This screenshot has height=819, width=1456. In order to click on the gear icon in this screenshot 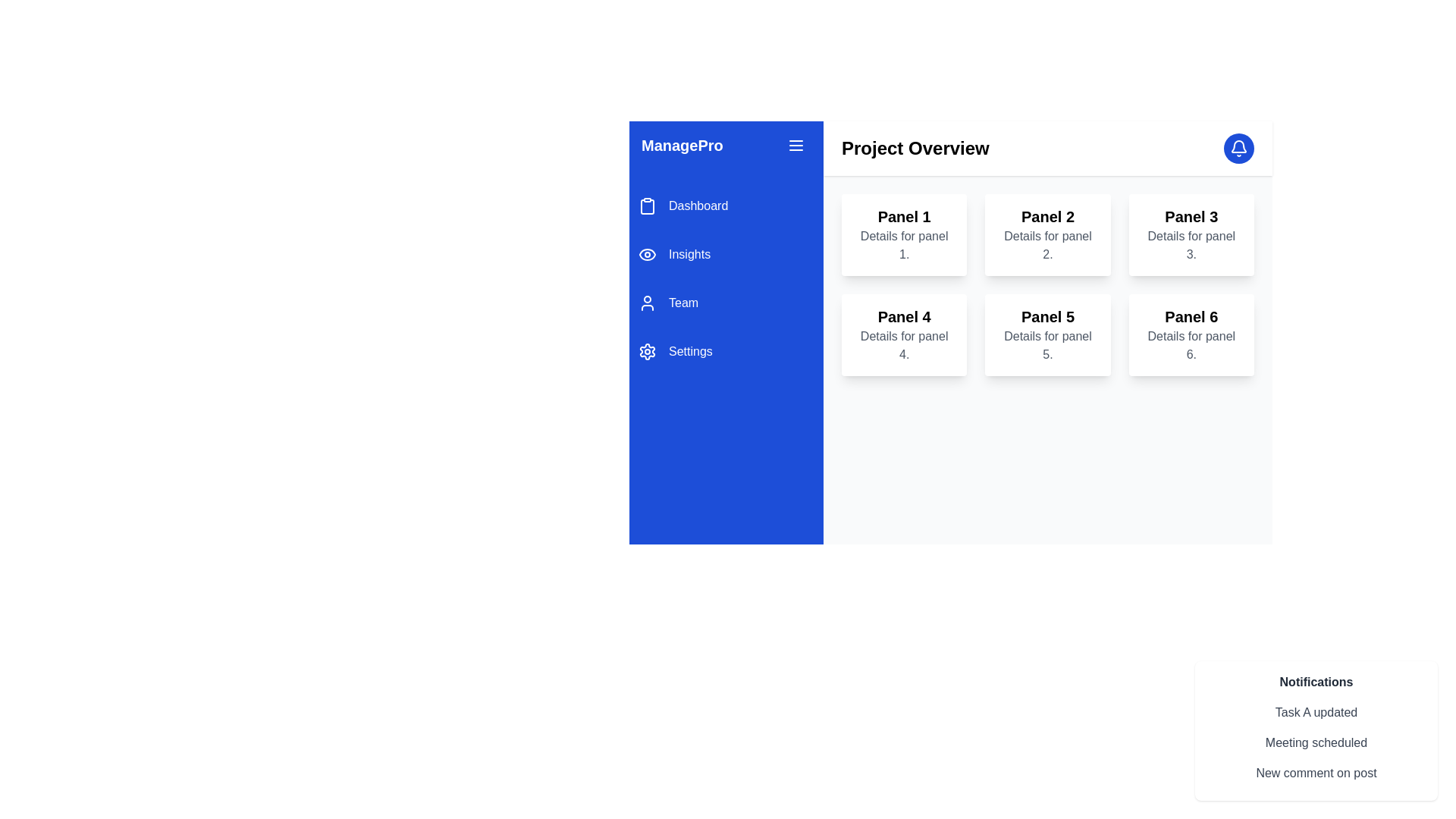, I will do `click(648, 351)`.